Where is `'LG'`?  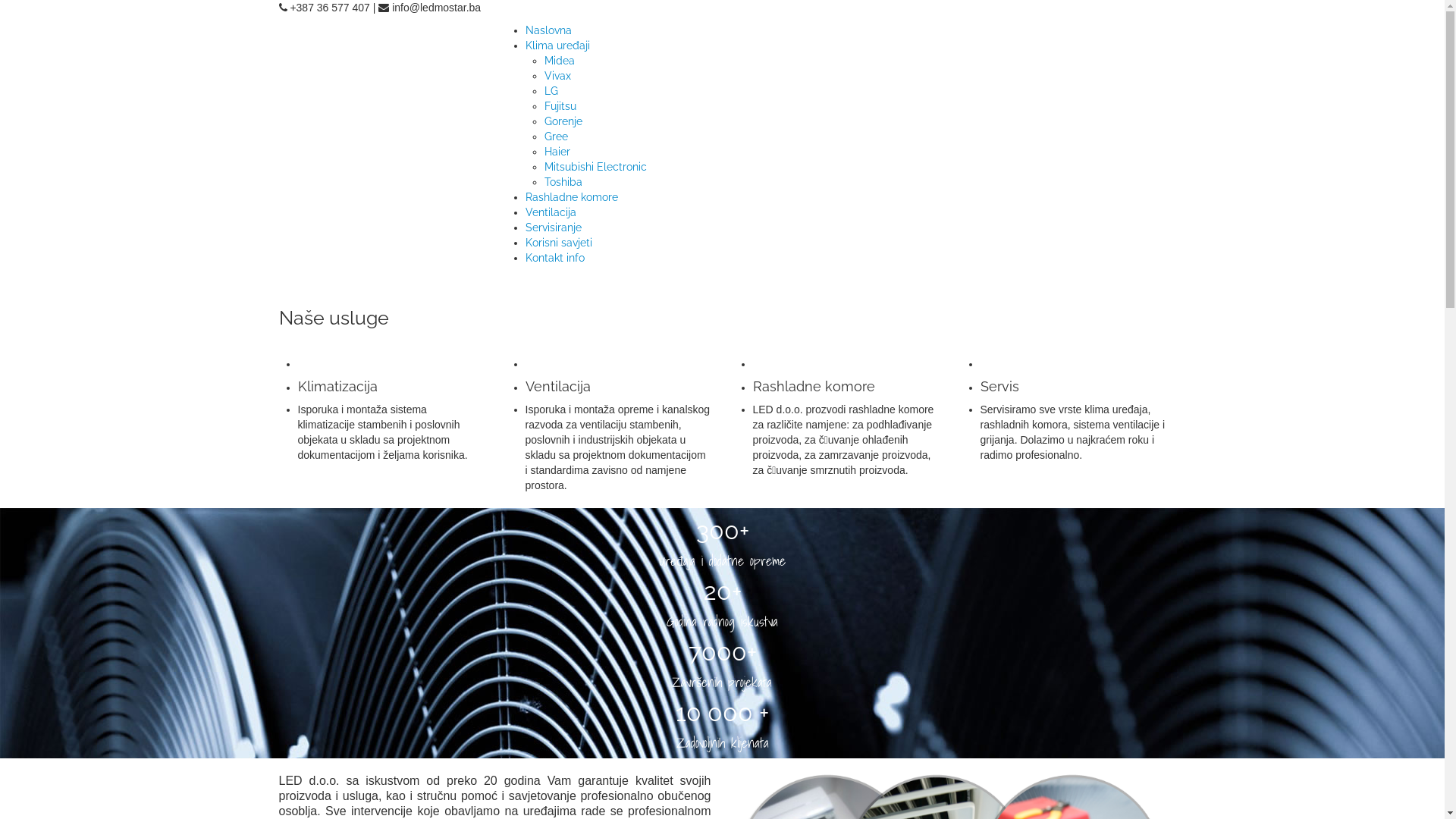 'LG' is located at coordinates (550, 90).